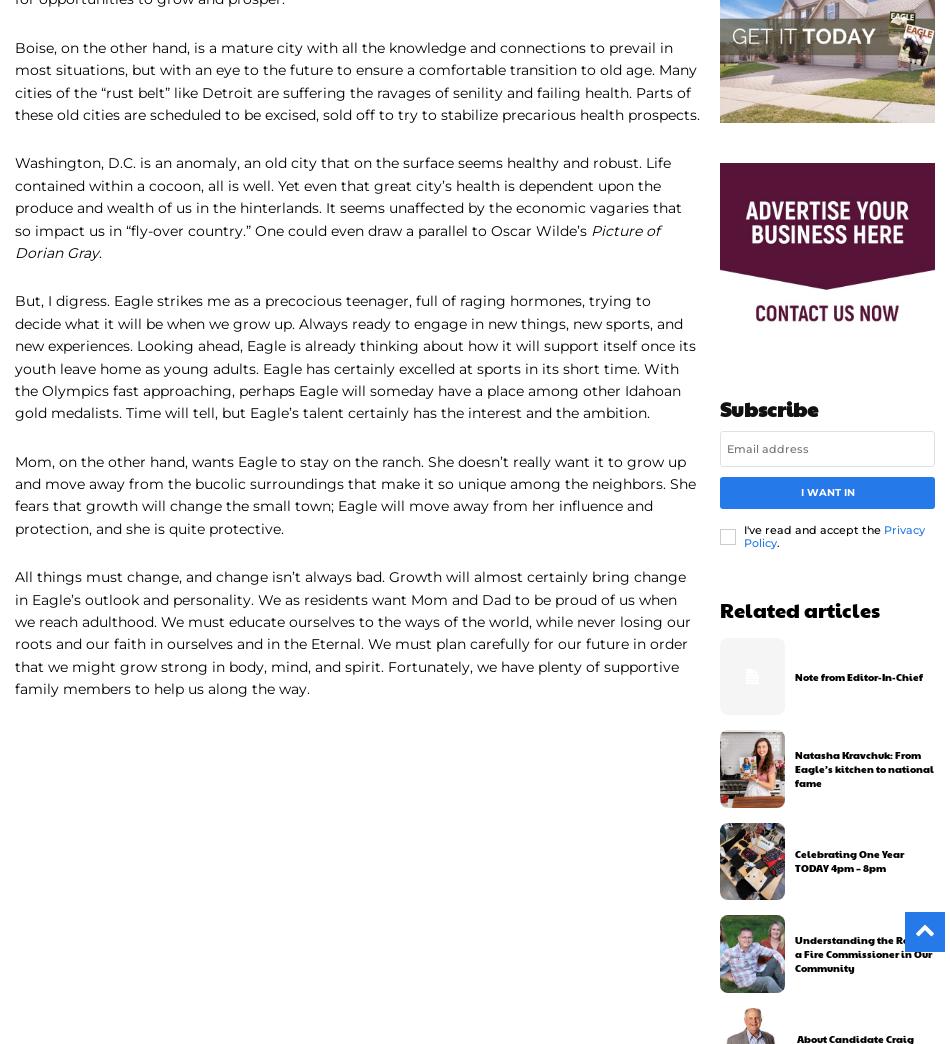 This screenshot has width=950, height=1044. What do you see at coordinates (719, 406) in the screenshot?
I see `'Subscribe'` at bounding box center [719, 406].